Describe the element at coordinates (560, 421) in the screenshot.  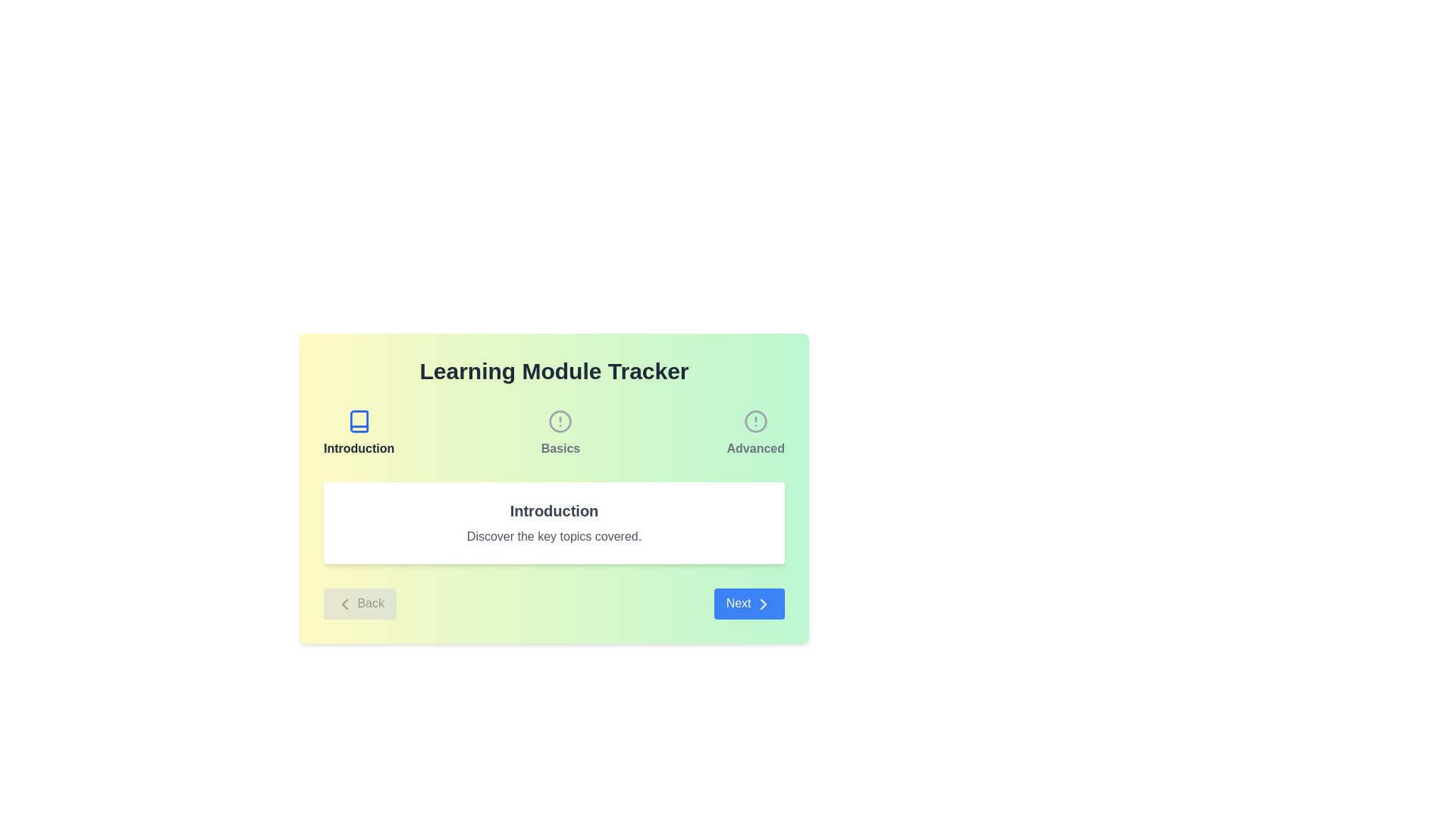
I see `the 'Basics' icon, which is centrally positioned below the 'Basics' label, to interact with it` at that location.